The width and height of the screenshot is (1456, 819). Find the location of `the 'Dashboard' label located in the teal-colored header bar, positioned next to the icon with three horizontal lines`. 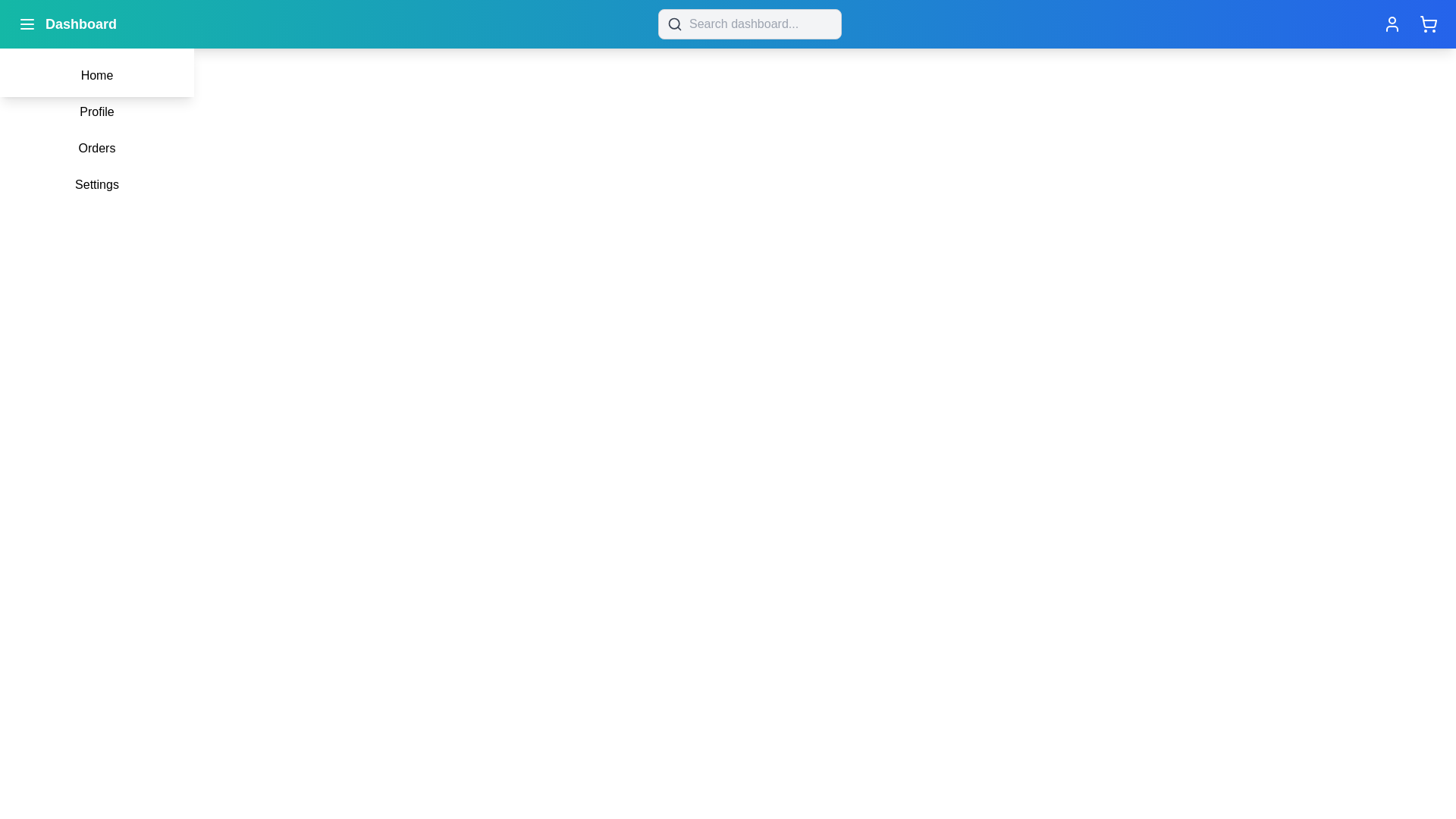

the 'Dashboard' label located in the teal-colored header bar, positioned next to the icon with three horizontal lines is located at coordinates (80, 24).